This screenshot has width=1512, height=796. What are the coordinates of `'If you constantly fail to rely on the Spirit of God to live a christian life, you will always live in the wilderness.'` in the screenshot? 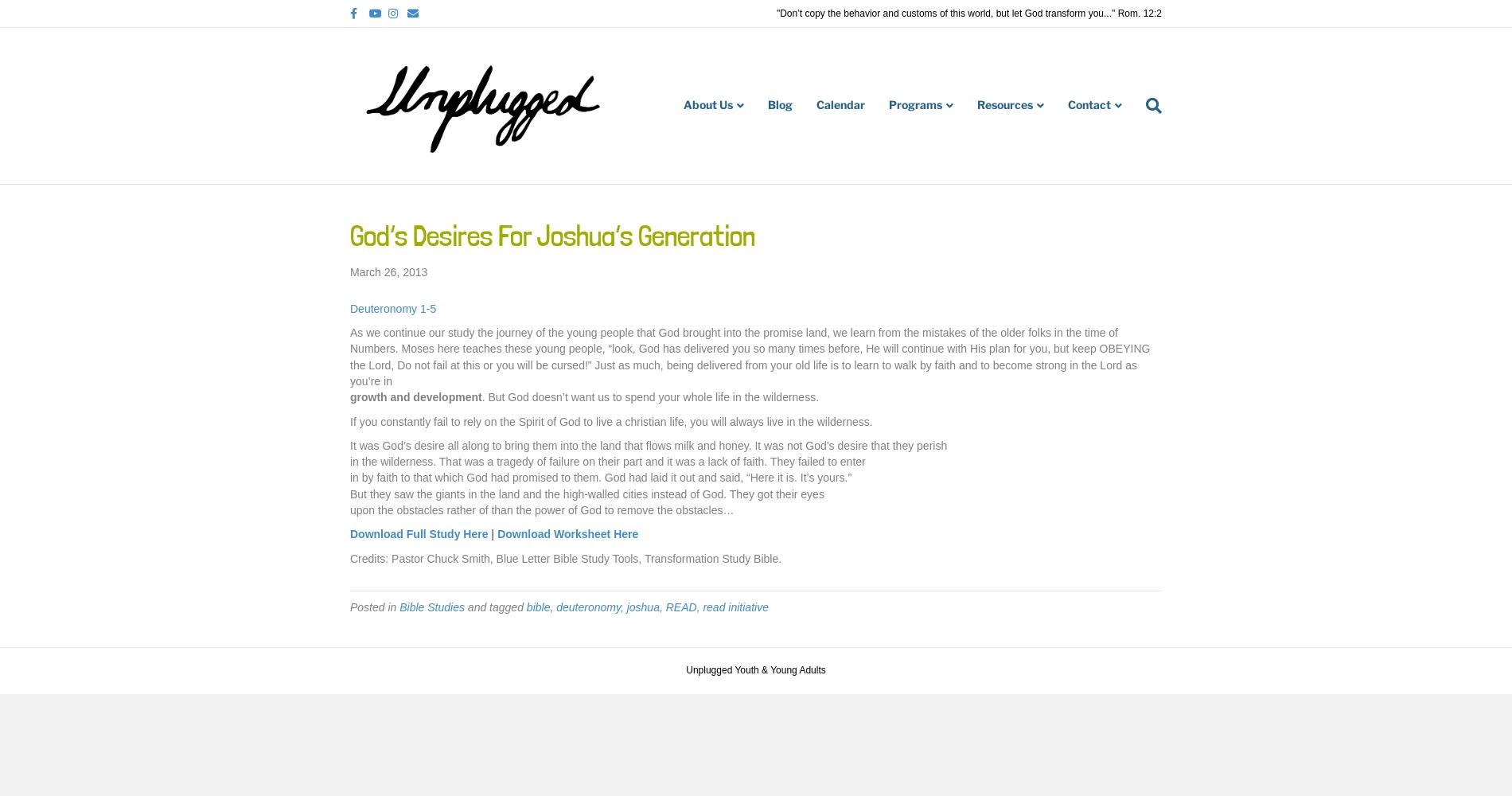 It's located at (610, 421).